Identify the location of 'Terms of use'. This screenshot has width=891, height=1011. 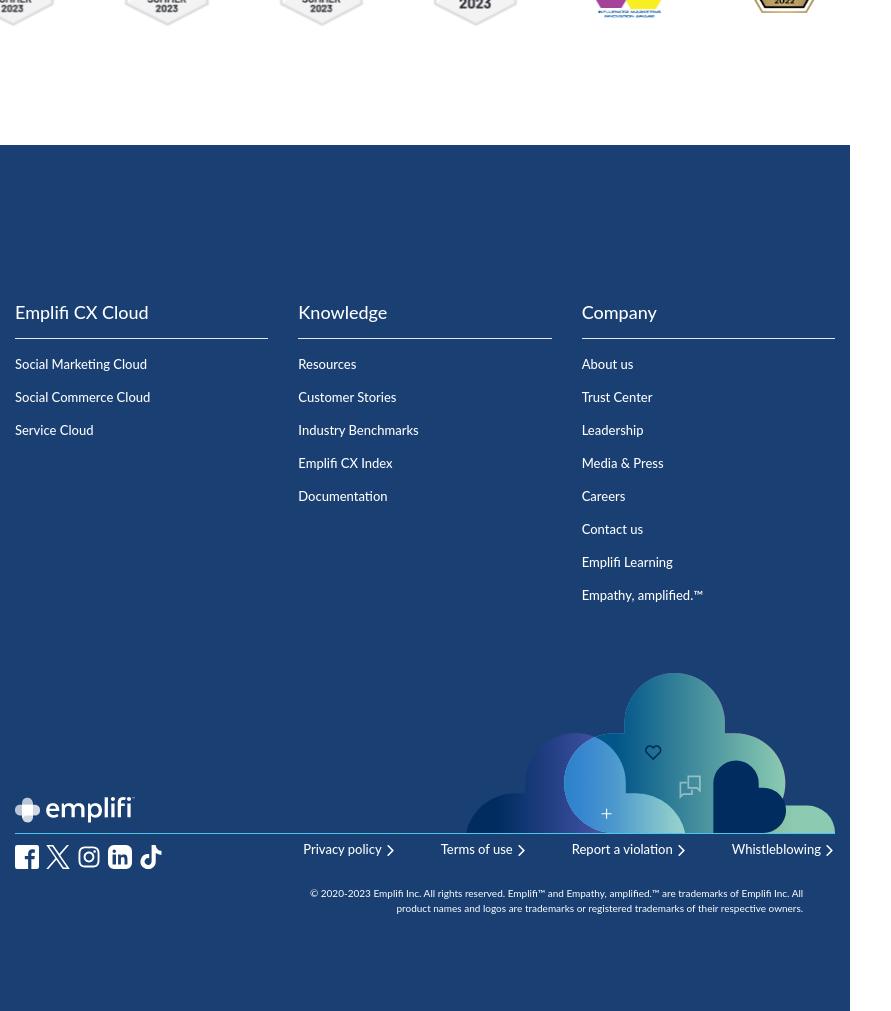
(439, 850).